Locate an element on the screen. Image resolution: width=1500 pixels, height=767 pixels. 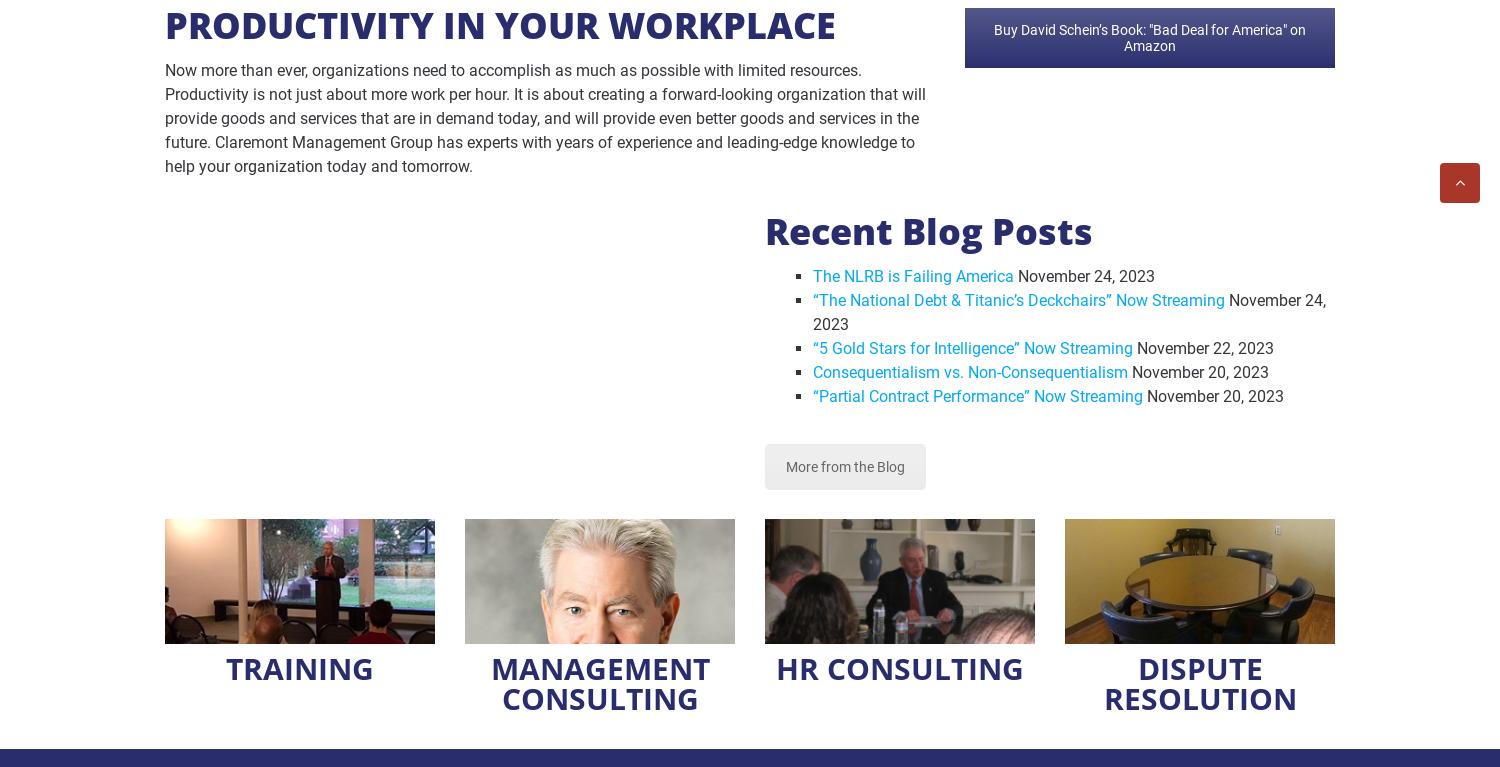
'Buy David Schein’s Book: "Bad Deal for America" on Amazon' is located at coordinates (1150, 37).